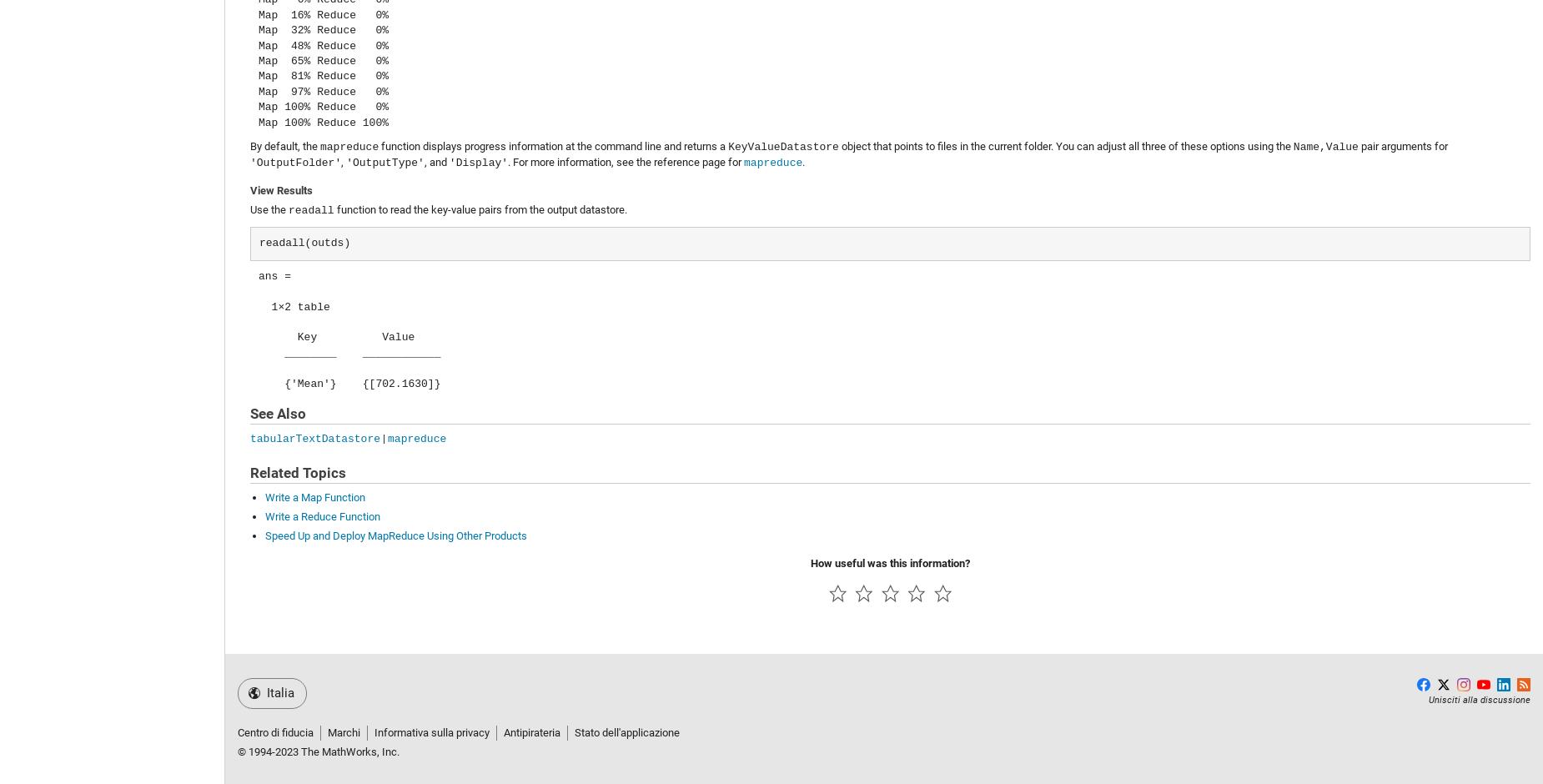 This screenshot has width=1543, height=784. I want to click on 'How useful was this information?', so click(889, 562).